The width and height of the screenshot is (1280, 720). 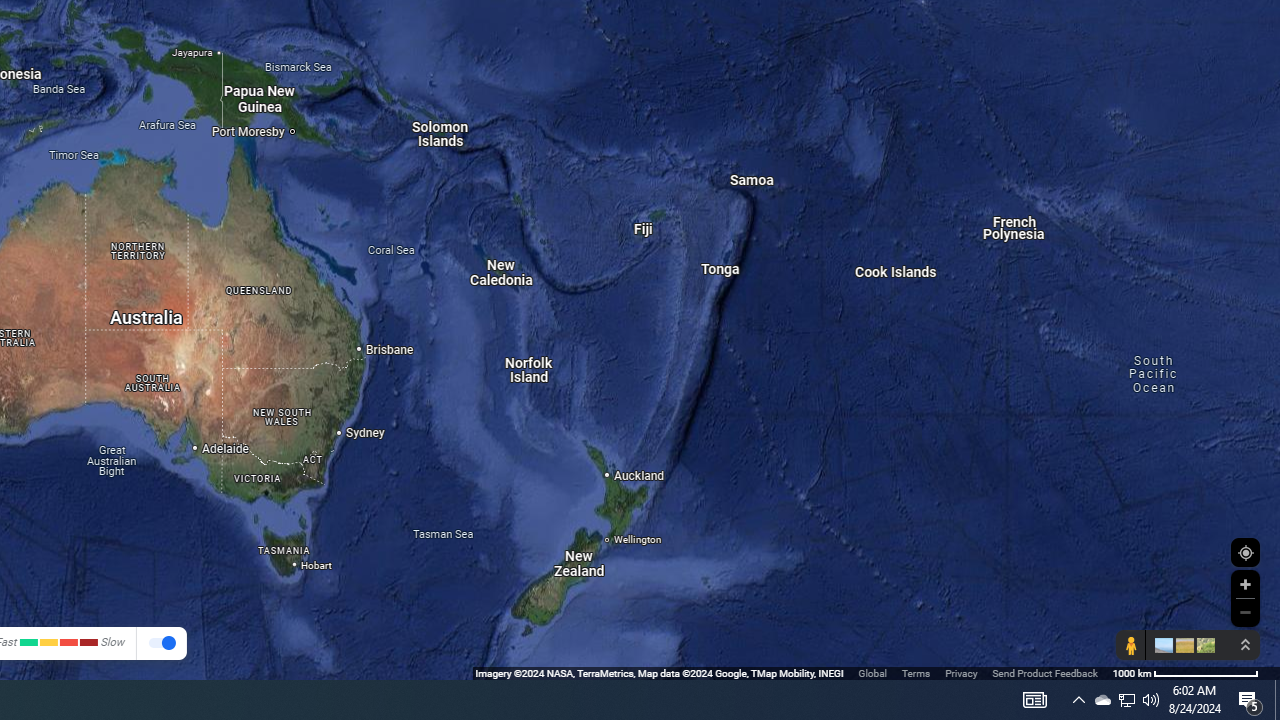 I want to click on 'Global', so click(x=872, y=673).